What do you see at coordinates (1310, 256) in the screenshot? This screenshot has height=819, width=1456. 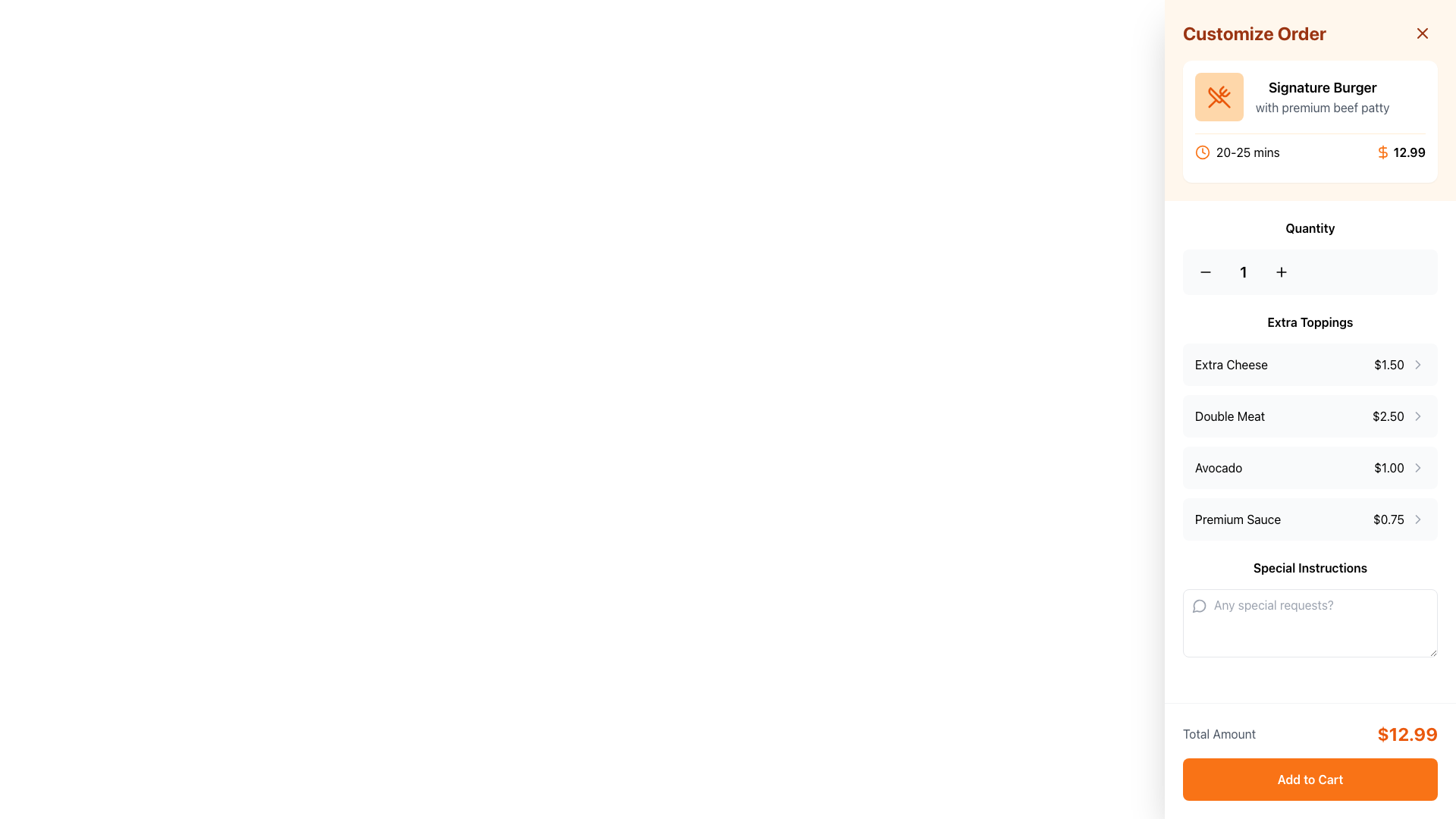 I see `the quantity selector buttons for visual feedback, which includes the decrement ('-') and increment ('+') controls located at the center of the quantity selector beneath 'Customize Order'` at bounding box center [1310, 256].